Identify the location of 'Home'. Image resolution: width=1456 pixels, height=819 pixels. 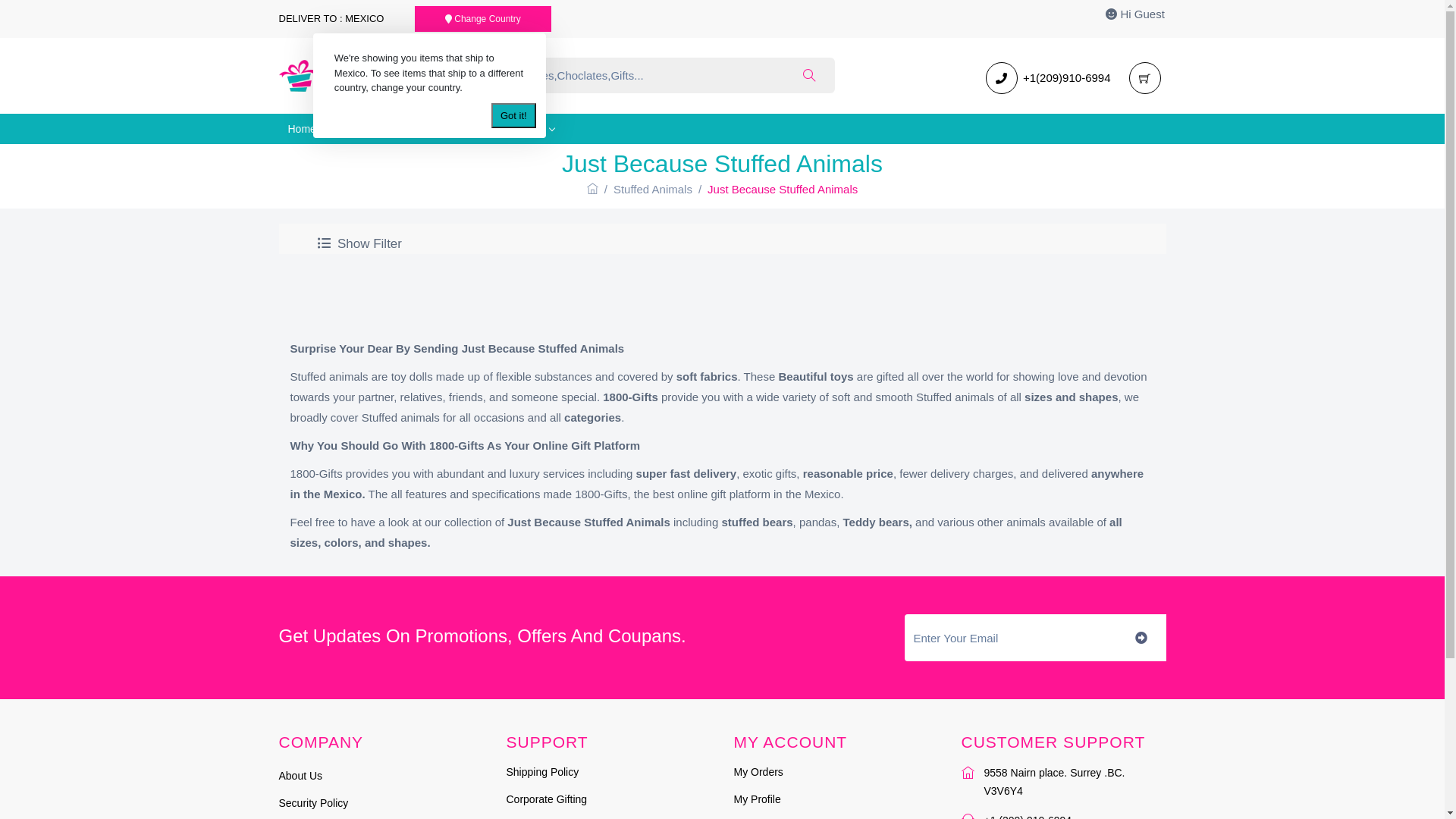
(302, 127).